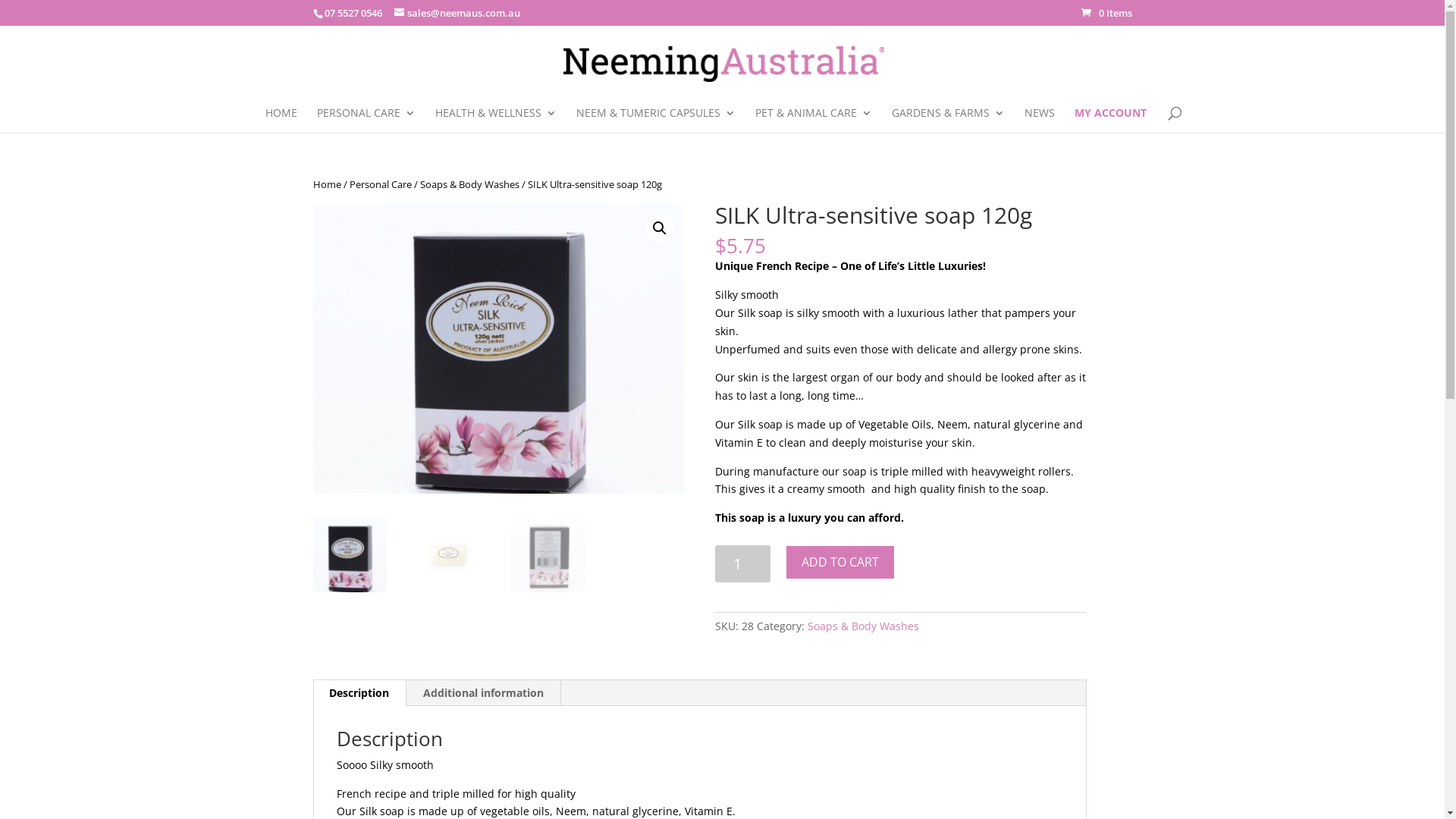  Describe the element at coordinates (394, 12) in the screenshot. I see `'sales@neemaus.com.au'` at that location.